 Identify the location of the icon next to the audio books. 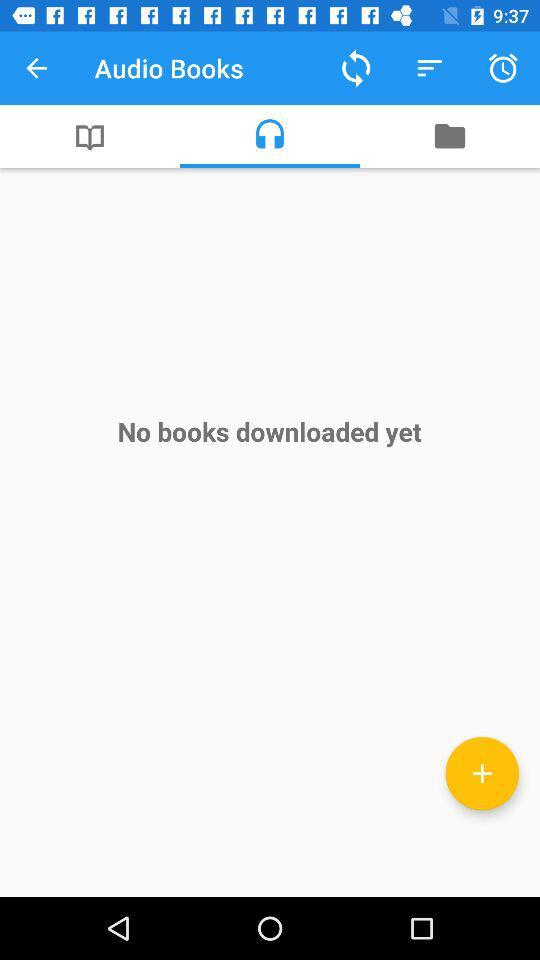
(355, 68).